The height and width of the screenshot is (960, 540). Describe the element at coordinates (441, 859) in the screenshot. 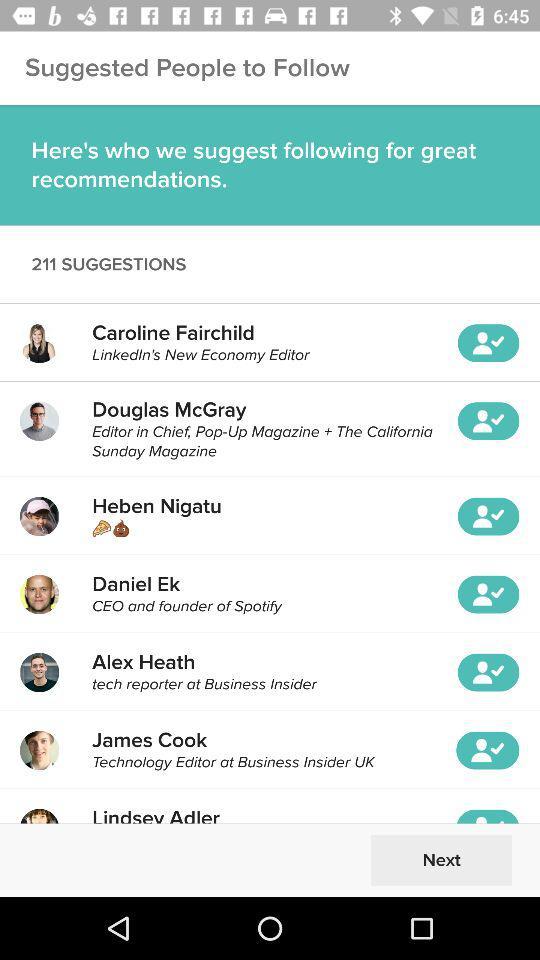

I see `the next icon` at that location.